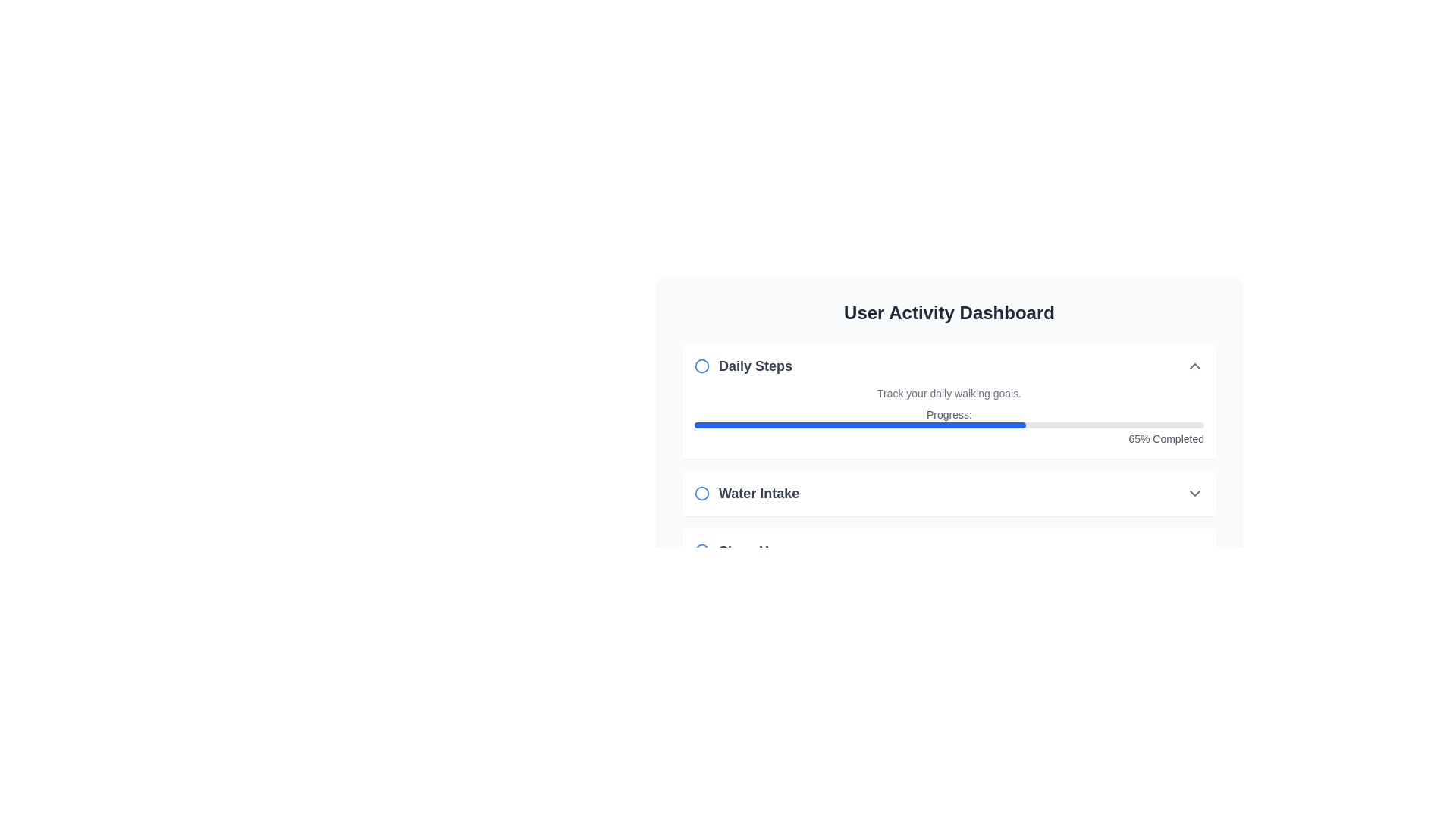  Describe the element at coordinates (1194, 366) in the screenshot. I see `the upward-facing chevron icon button (chevron-up) located at the upper right corner of the 'Daily Steps' section in the 'User Activity Dashboard' to change its appearance` at that location.